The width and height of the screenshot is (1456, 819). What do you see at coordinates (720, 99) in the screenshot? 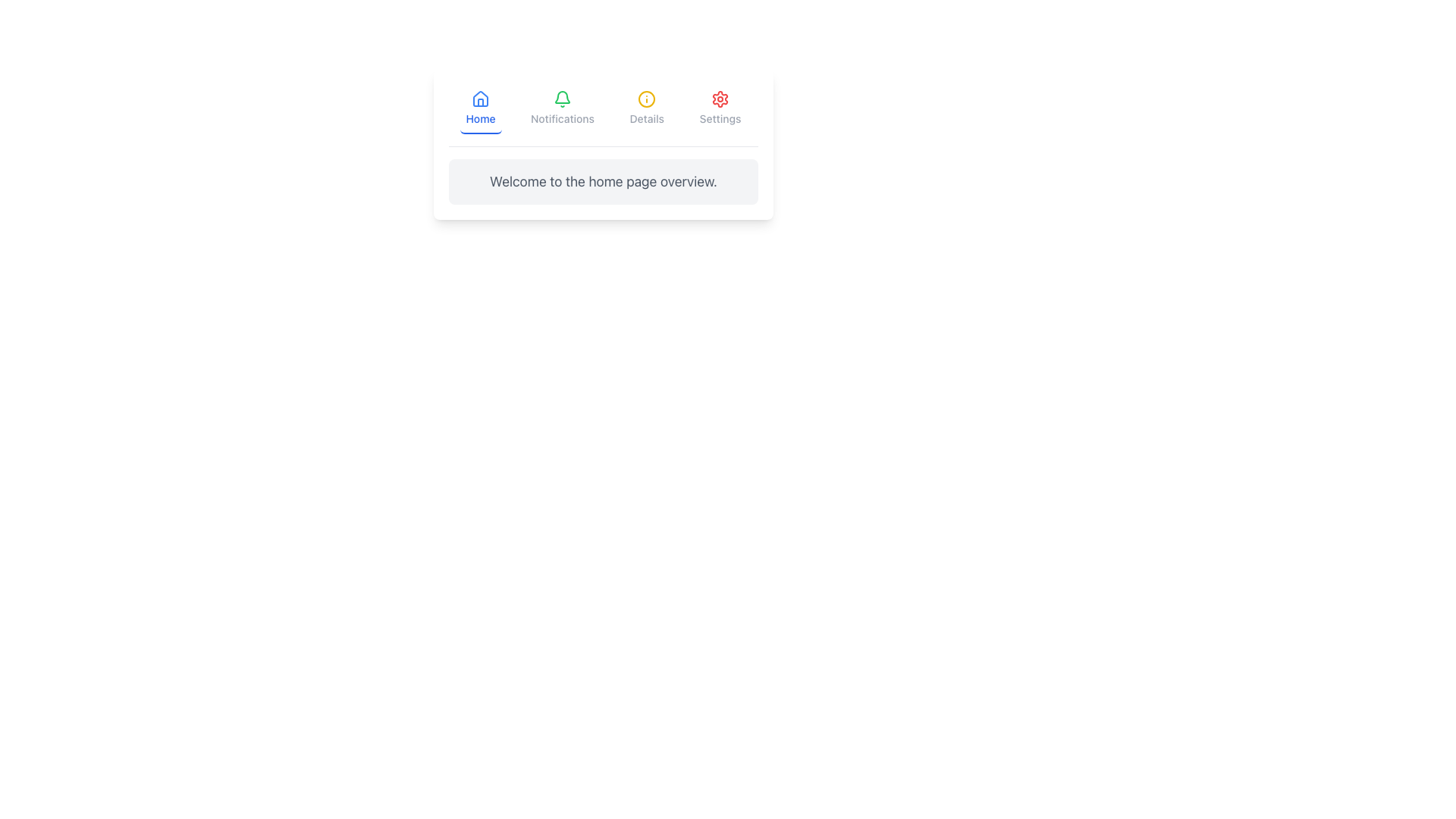
I see `the small, red, gear-like icon in the top-right area of the navigation bar, associated with the 'Settings' option` at bounding box center [720, 99].